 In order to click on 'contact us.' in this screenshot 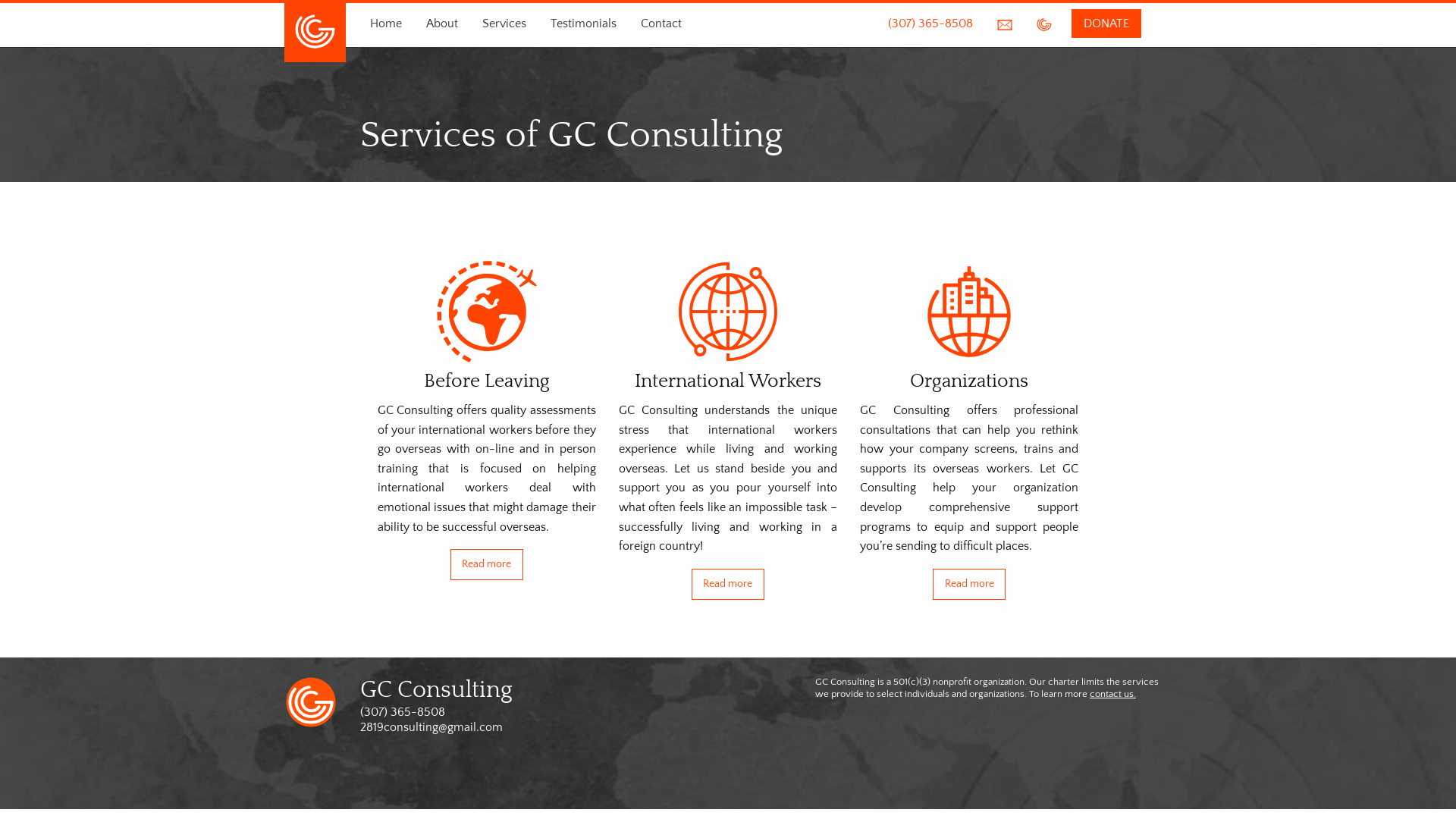, I will do `click(1112, 693)`.